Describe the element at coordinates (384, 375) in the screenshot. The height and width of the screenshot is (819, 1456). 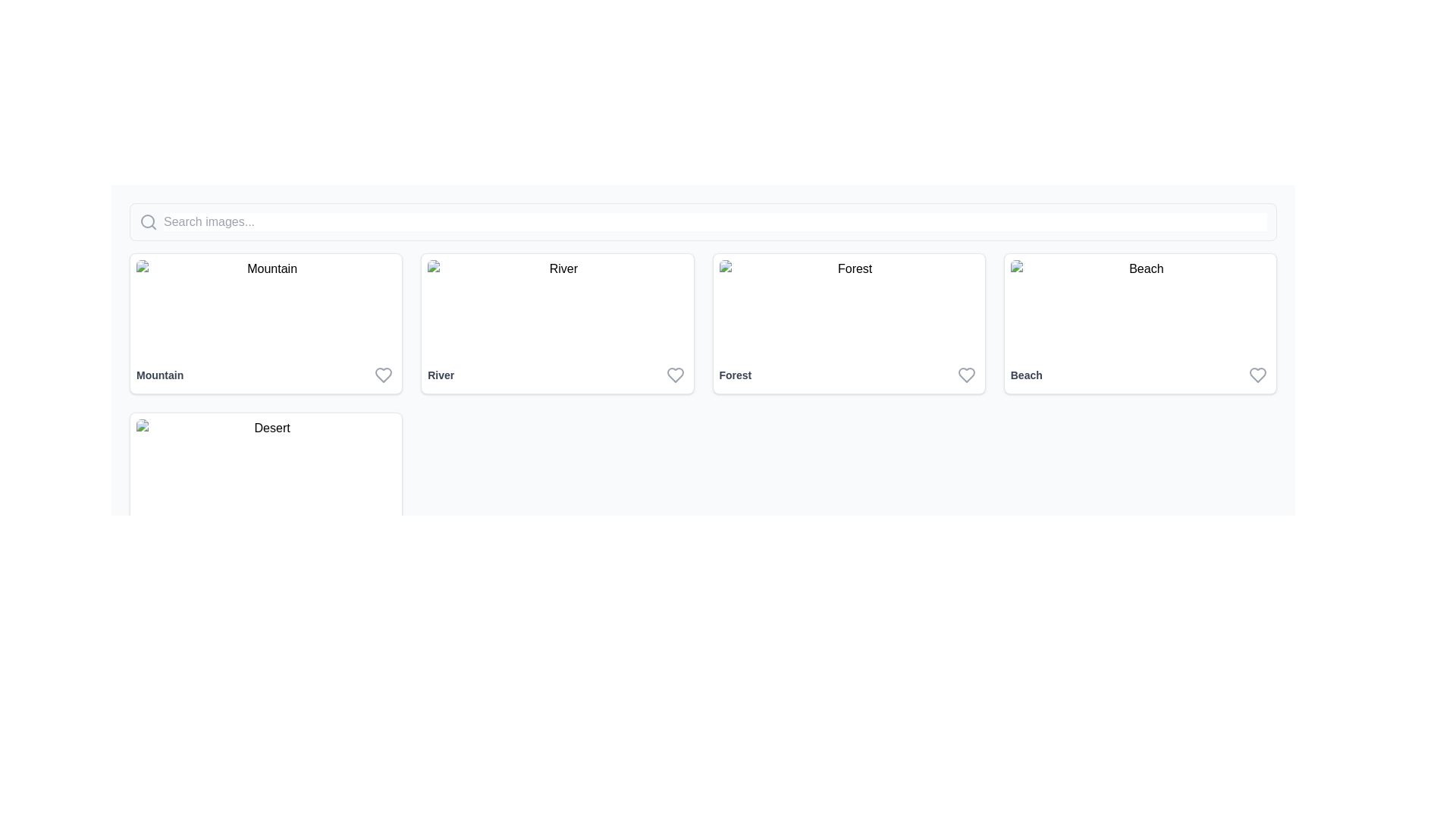
I see `the heart-shaped IconButton located at the bottom-right corner of the card labeled 'Mountain'` at that location.